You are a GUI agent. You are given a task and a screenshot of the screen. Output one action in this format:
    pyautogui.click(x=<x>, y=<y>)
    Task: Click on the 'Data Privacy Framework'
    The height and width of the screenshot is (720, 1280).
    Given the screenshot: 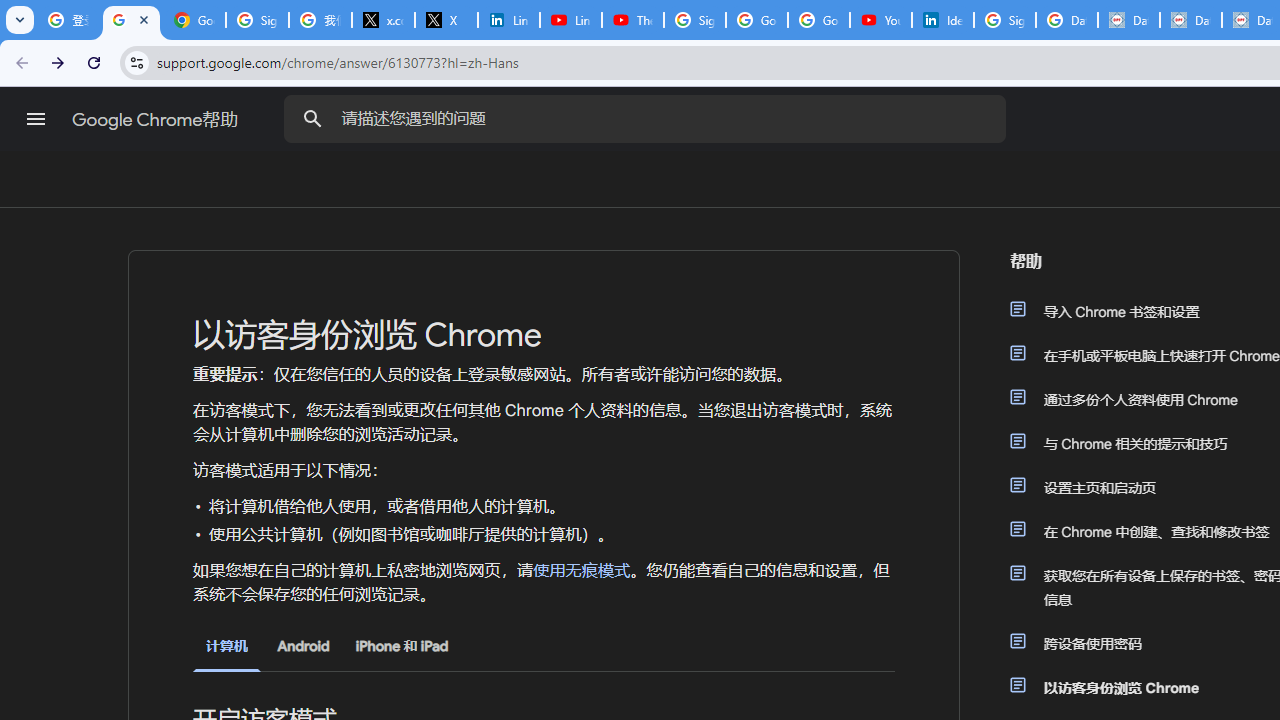 What is the action you would take?
    pyautogui.click(x=1128, y=20)
    